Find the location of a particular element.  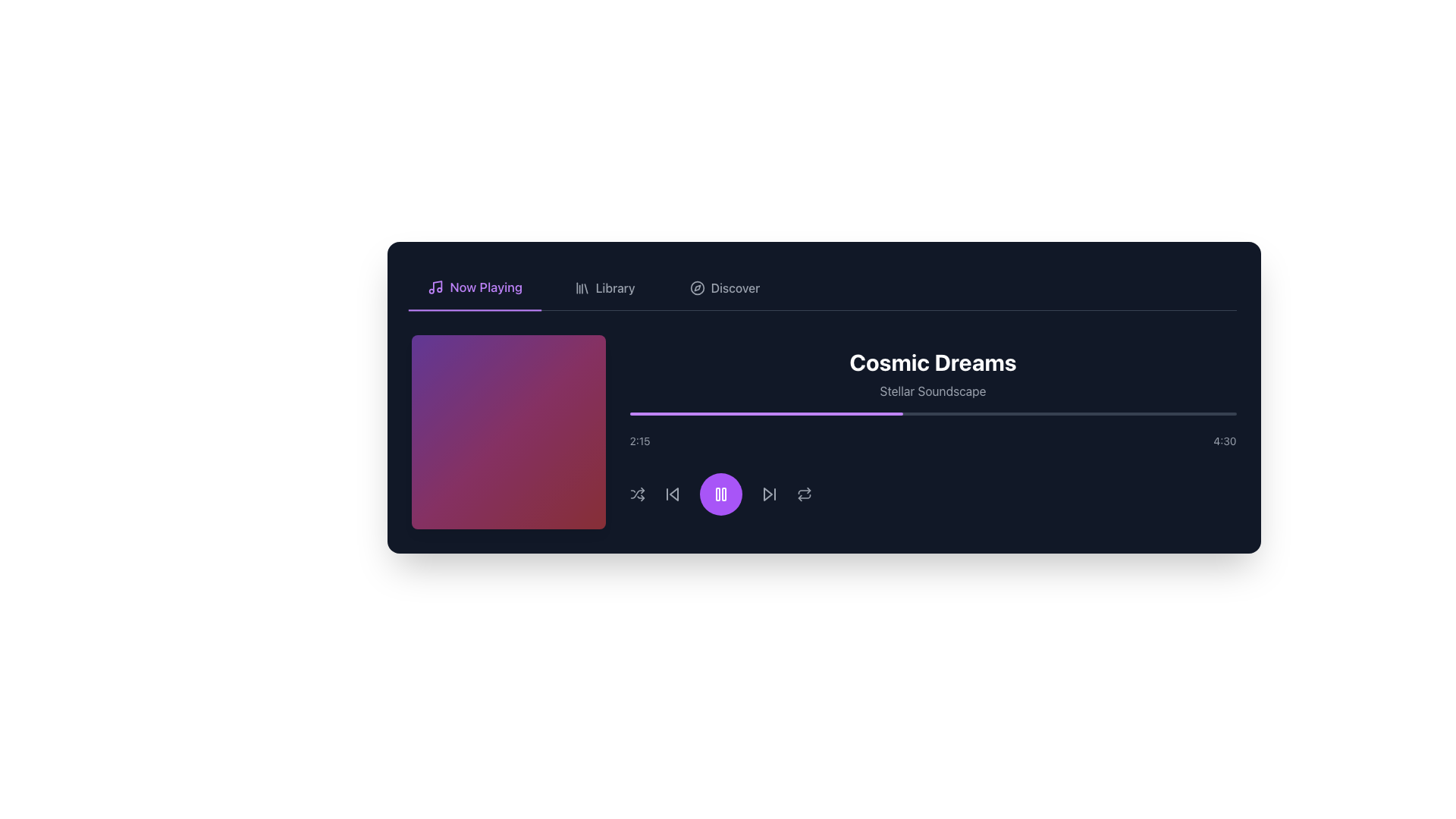

the 'skip back' icon button, which is a muted grey button with a triangle and vertical line SVG icon, located as the second button from the left in the media controls at the bottom center of the interface is located at coordinates (671, 494).